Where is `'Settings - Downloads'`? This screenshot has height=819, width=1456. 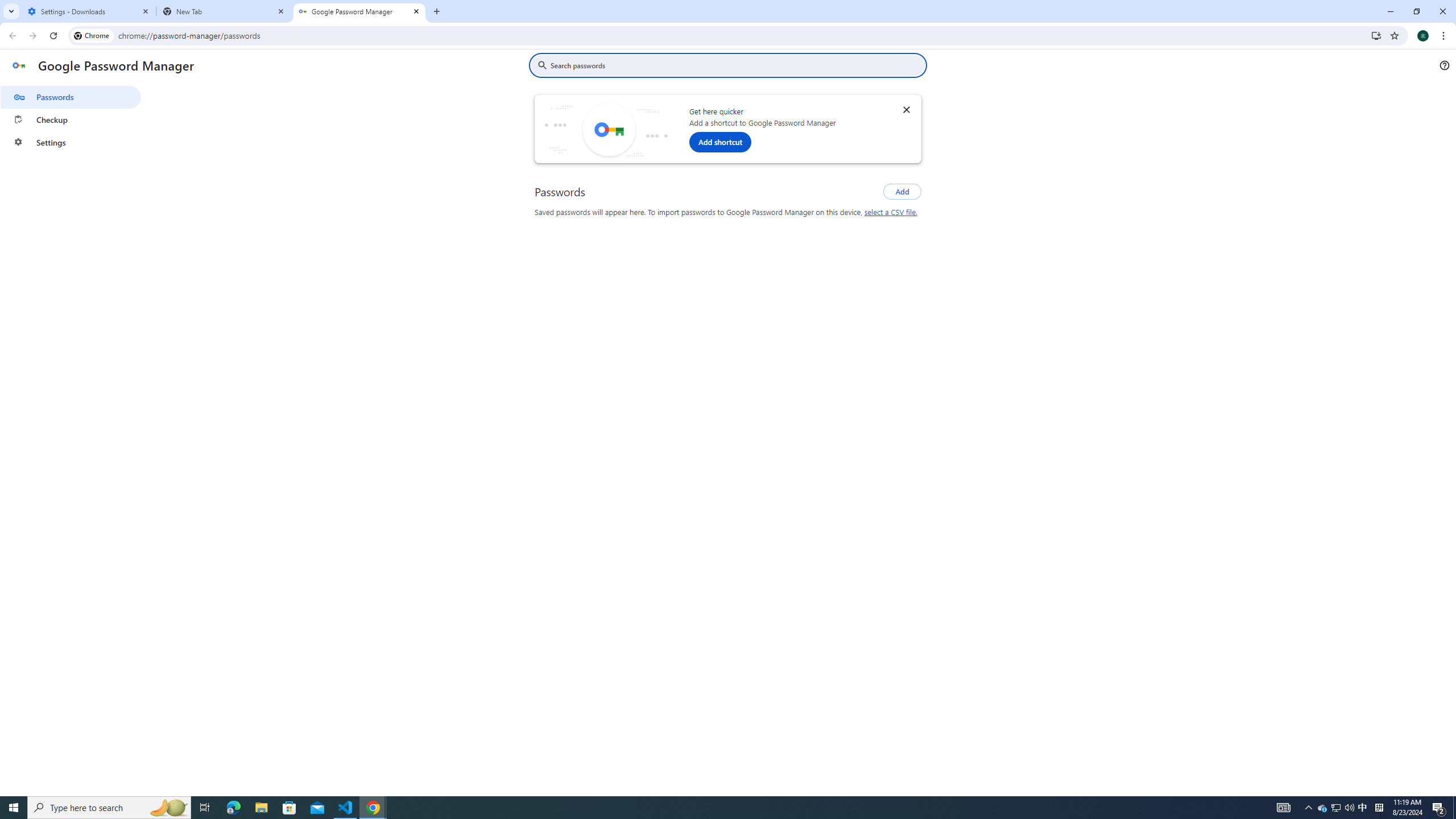 'Settings - Downloads' is located at coordinates (88, 11).